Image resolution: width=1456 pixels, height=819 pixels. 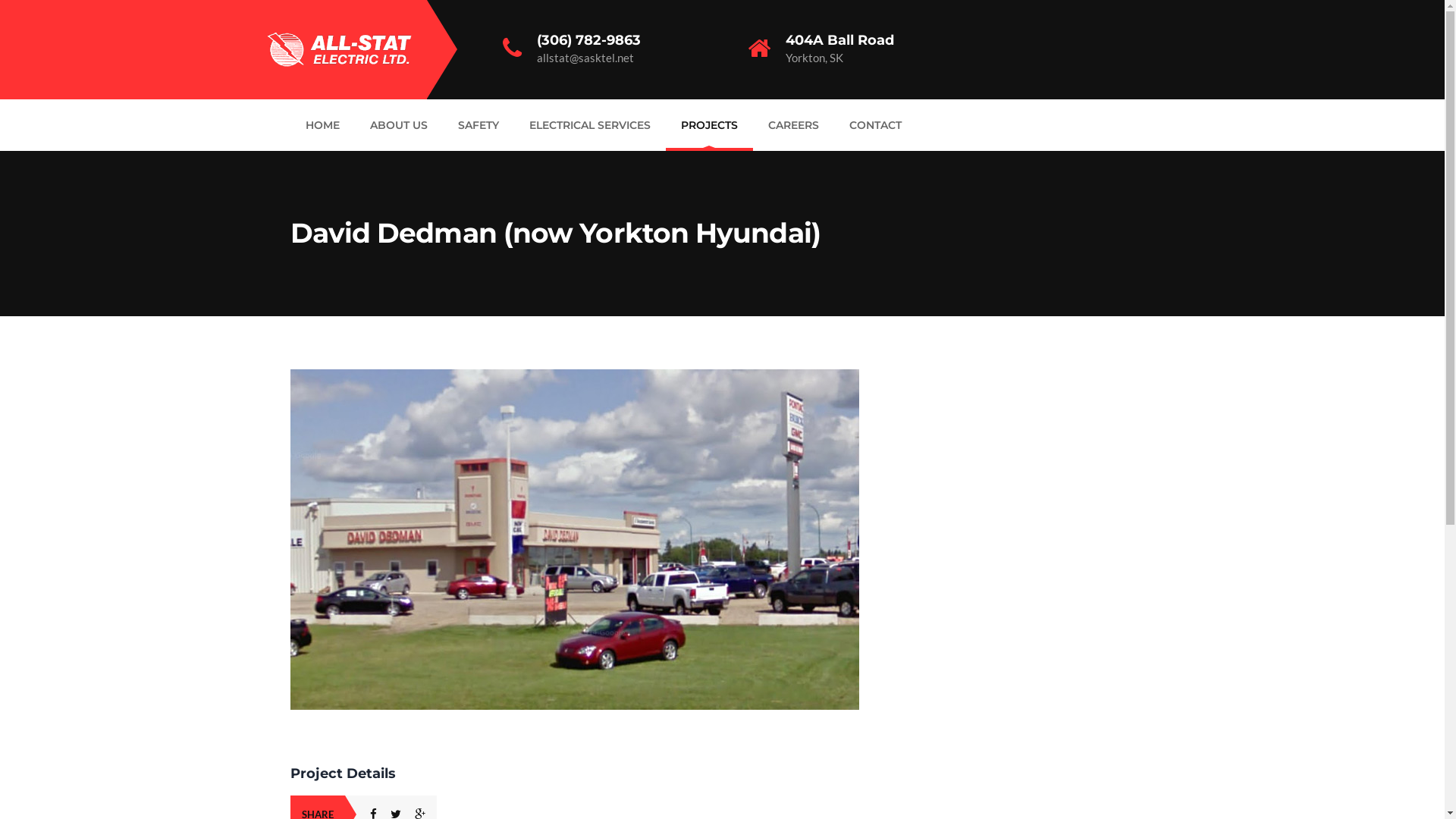 What do you see at coordinates (321, 124) in the screenshot?
I see `'HOME'` at bounding box center [321, 124].